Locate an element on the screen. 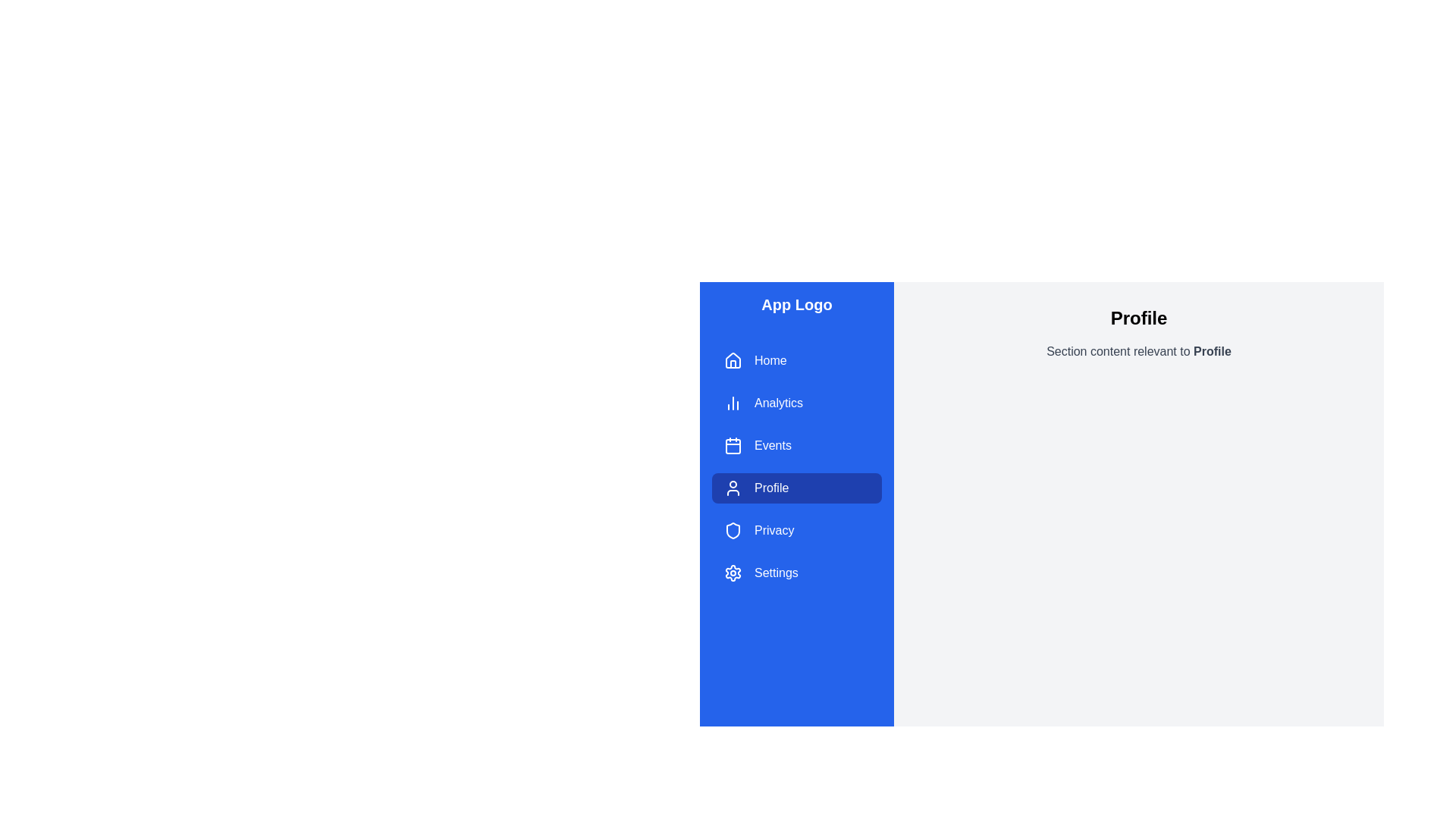 Image resolution: width=1456 pixels, height=819 pixels. the 'Events' icon in the navigation sidebar is located at coordinates (733, 444).